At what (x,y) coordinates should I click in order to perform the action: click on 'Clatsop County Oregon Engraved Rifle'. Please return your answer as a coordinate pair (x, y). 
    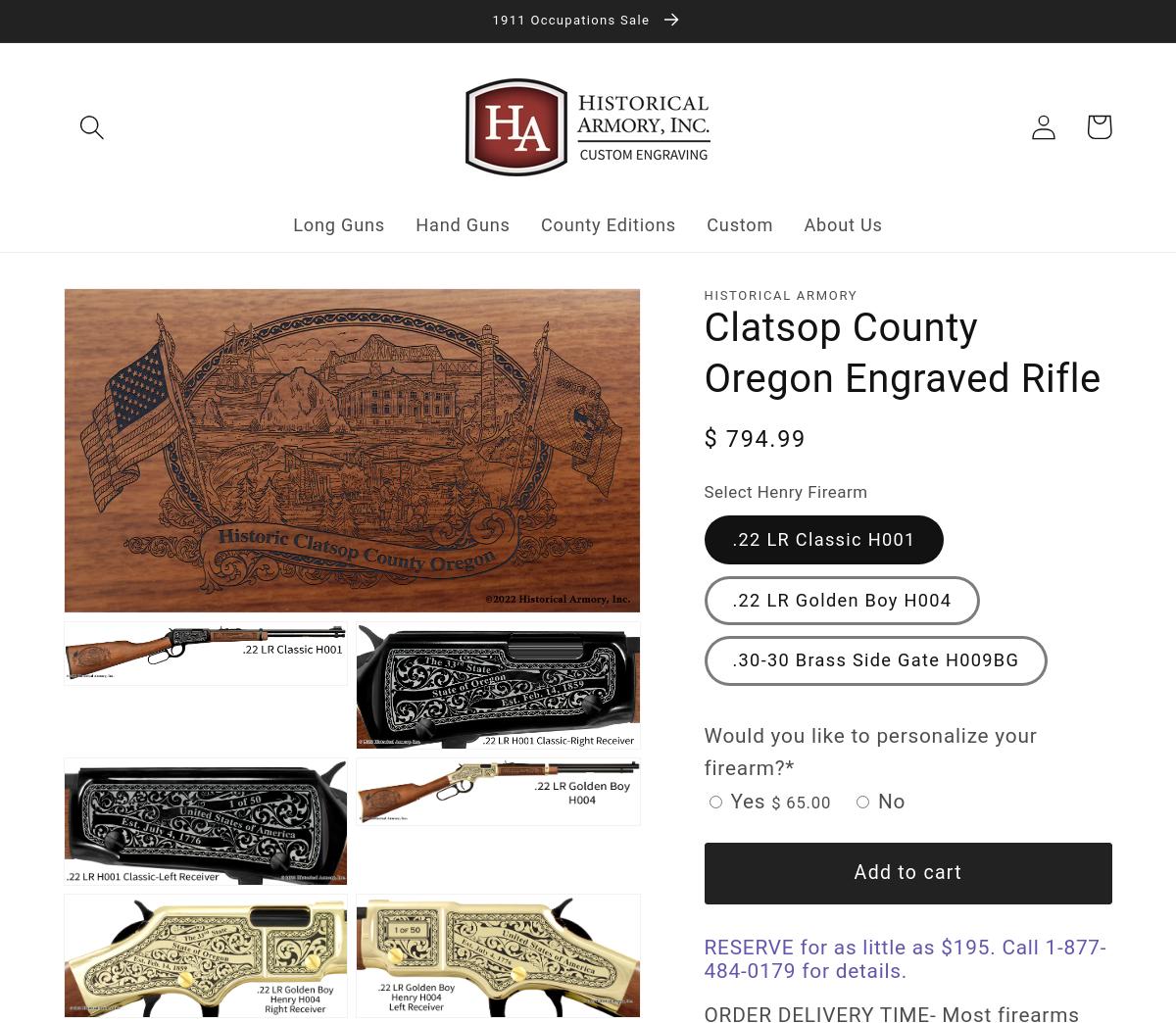
    Looking at the image, I should click on (703, 352).